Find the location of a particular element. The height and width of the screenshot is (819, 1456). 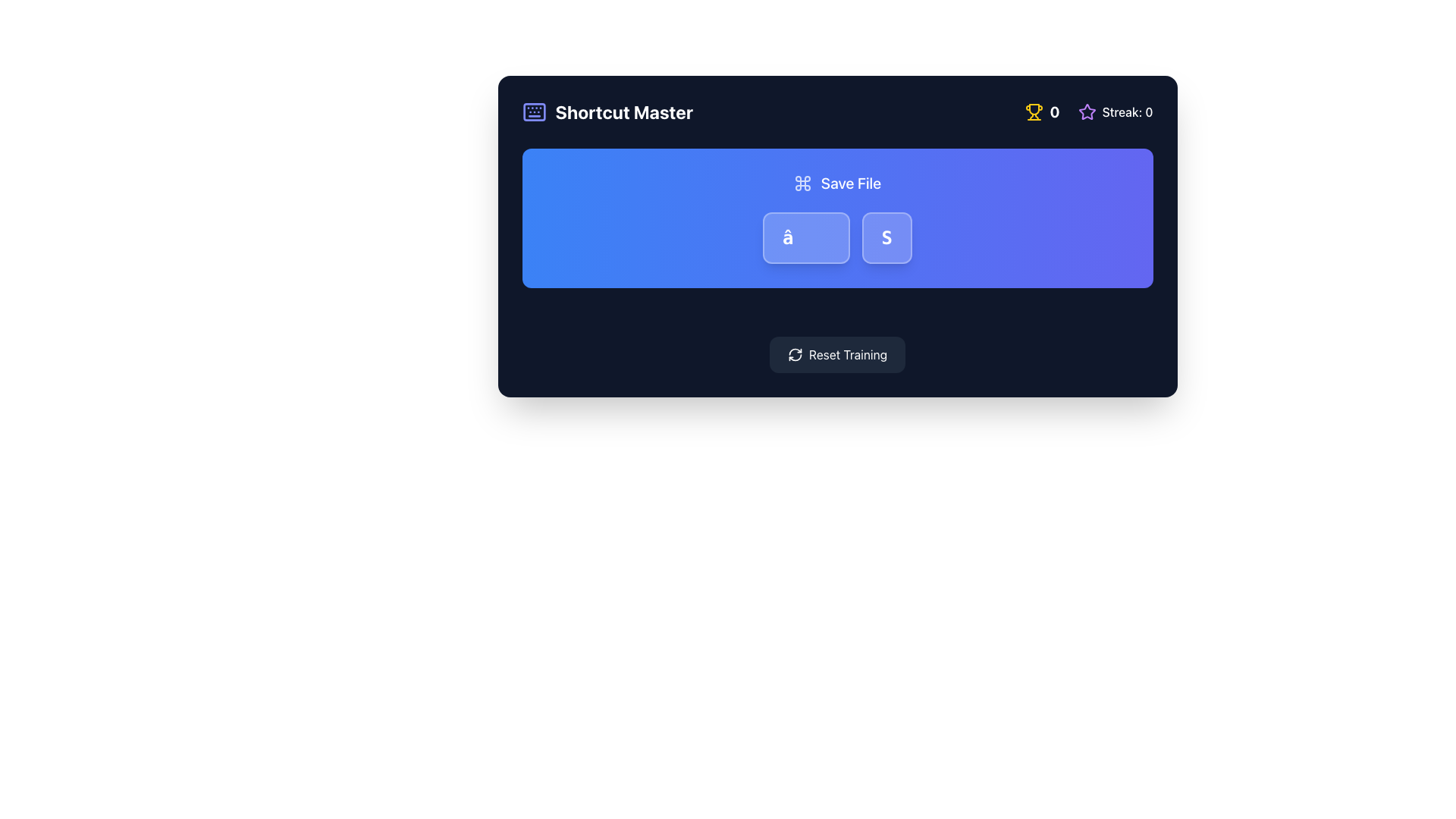

the text label displaying 'Streak: 0', which is styled in white font and positioned to the right of a purple star-shaped icon is located at coordinates (1128, 111).